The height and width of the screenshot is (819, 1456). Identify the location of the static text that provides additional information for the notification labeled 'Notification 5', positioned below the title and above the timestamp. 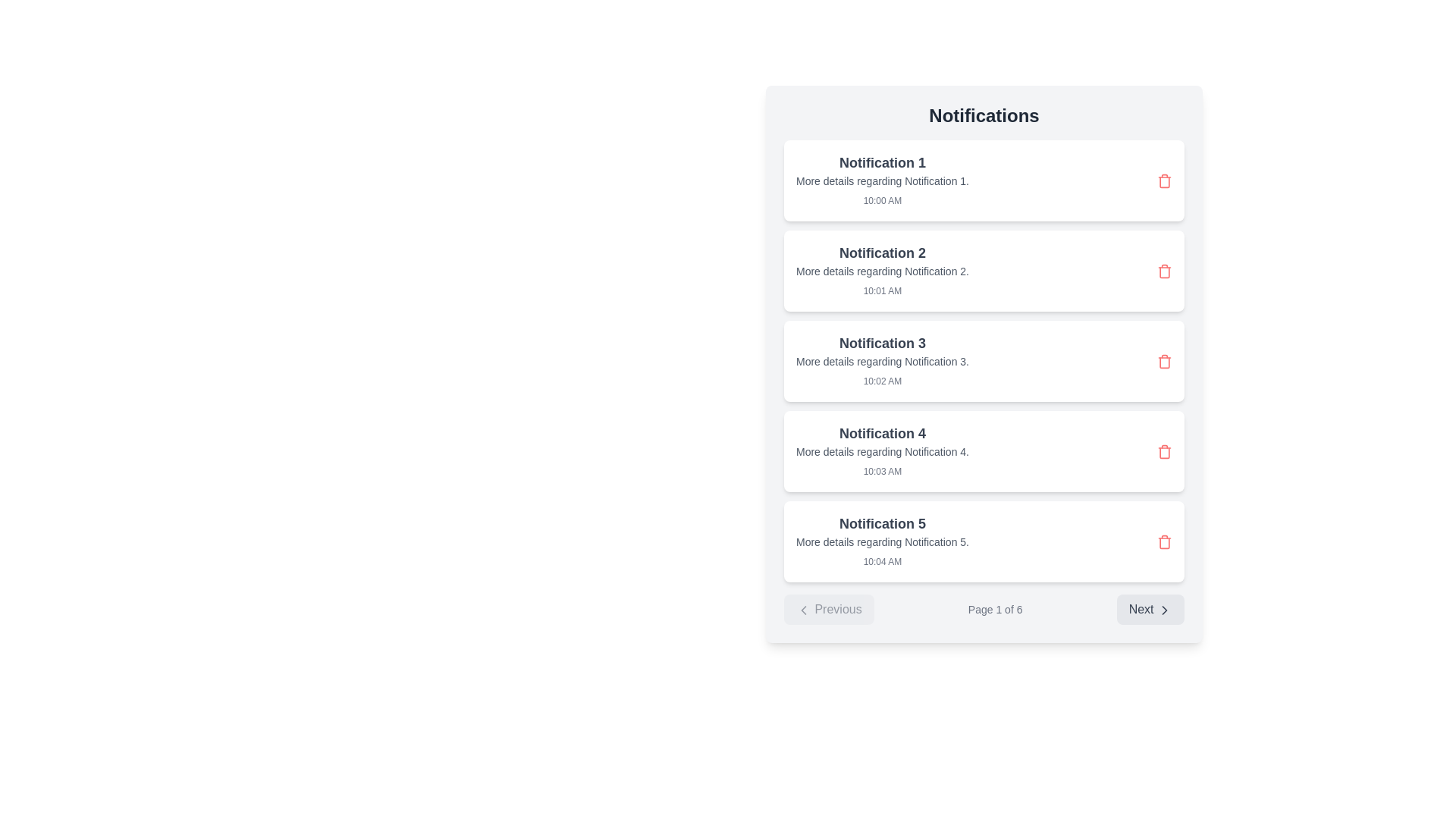
(883, 541).